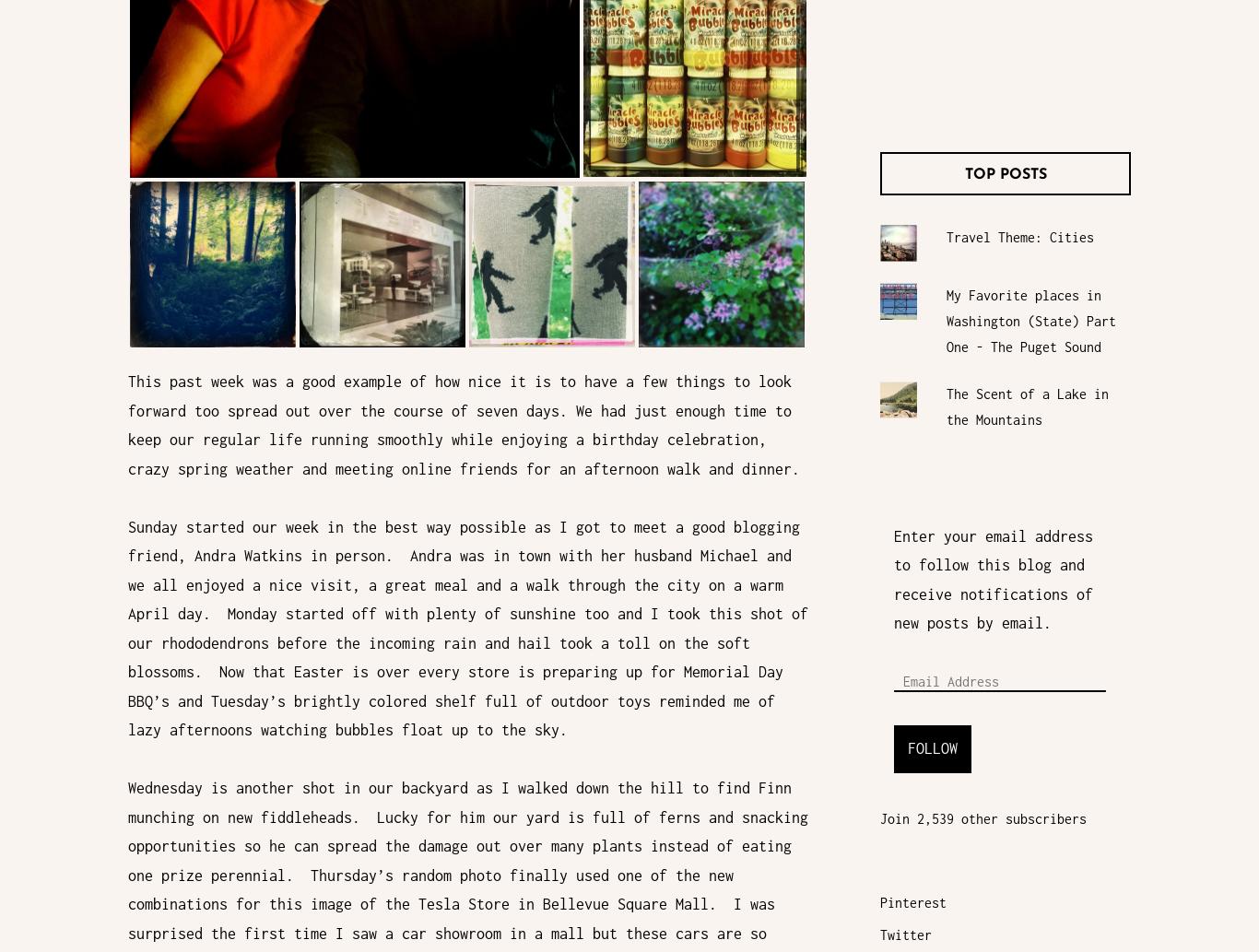 Image resolution: width=1259 pixels, height=952 pixels. What do you see at coordinates (468, 627) in the screenshot?
I see `'Sunday started our week in the best way possible as I got to meet a good blogging friend, Andra Watkins in person.  Andra was in town with her husband Michael and we all enjoyed a nice visit, a great meal and a walk through the city on a warm April day.  Monday started off with plenty of sunshine too and I took this shot of our rhododendrons before the incoming rain and hail took a toll on the soft blossoms.  Now that Easter is over every store is preparing up for Memorial Day BBQ’s and Tuesday’s brightly colored shelf full of outdoor toys reminded me of lazy afternoons watching bubbles float up to the sky.'` at bounding box center [468, 627].